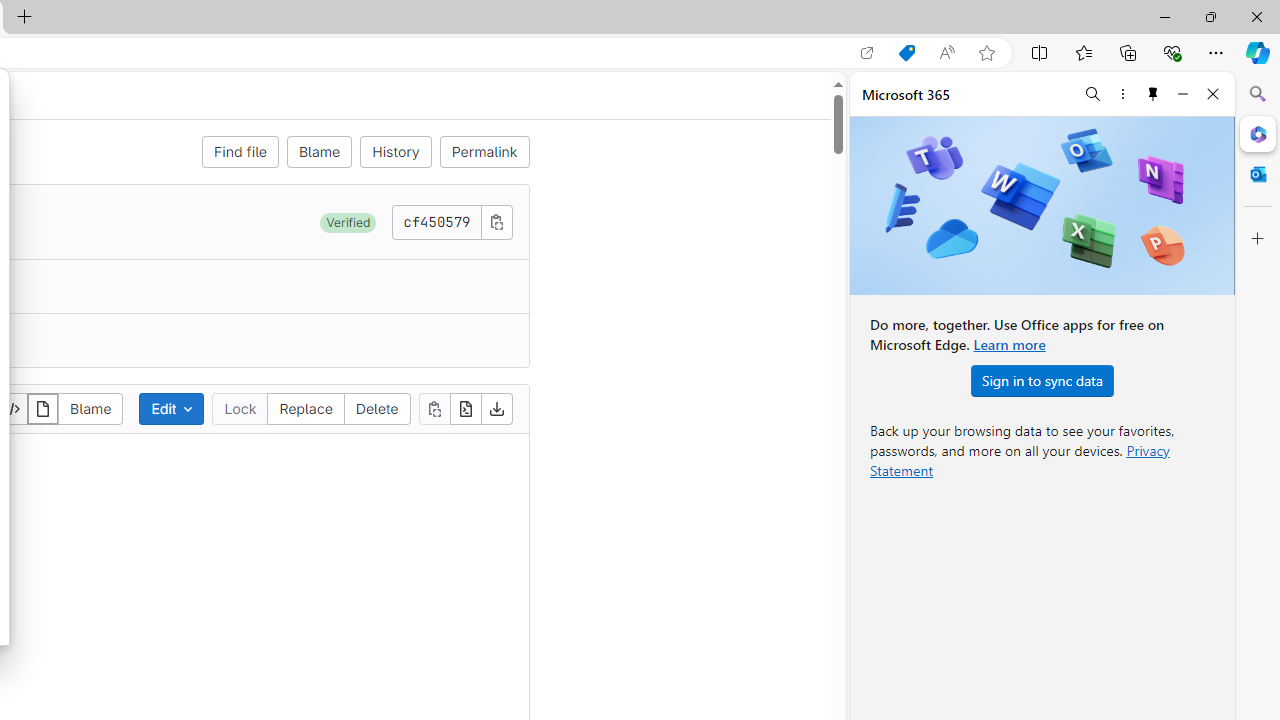  Describe the element at coordinates (172, 407) in the screenshot. I see `'Edit'` at that location.